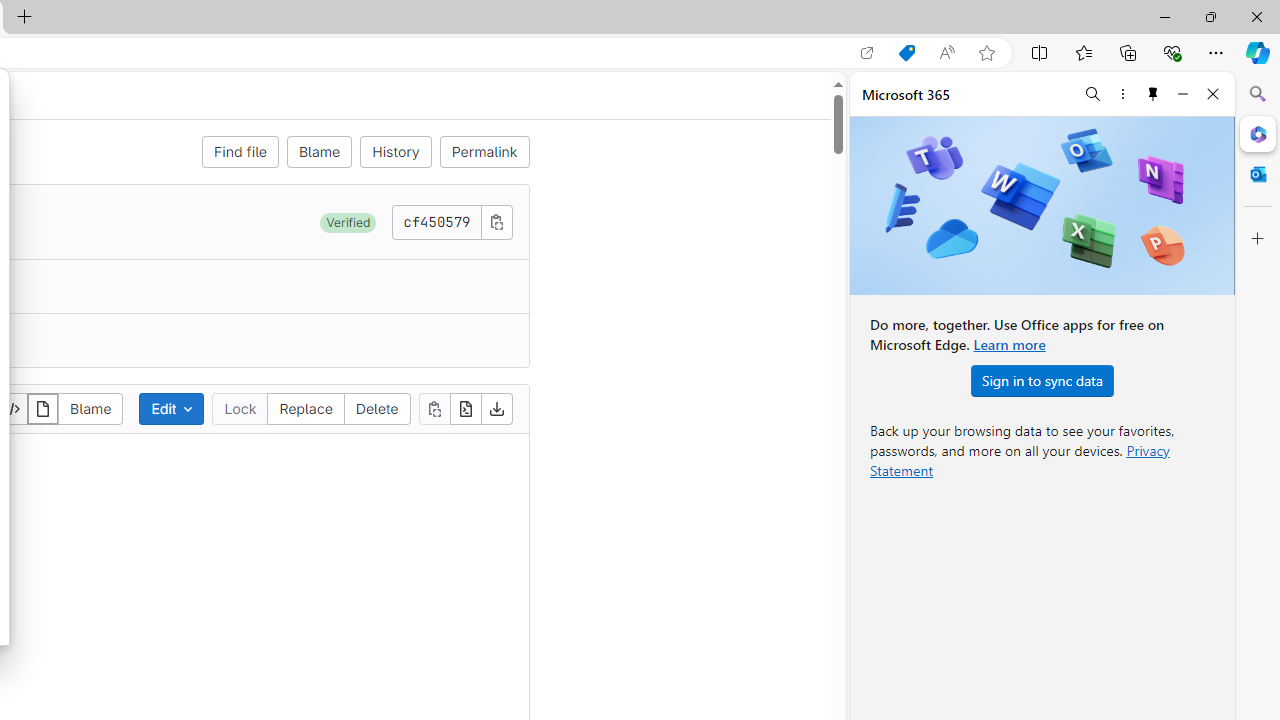  Describe the element at coordinates (172, 407) in the screenshot. I see `'Edit'` at that location.